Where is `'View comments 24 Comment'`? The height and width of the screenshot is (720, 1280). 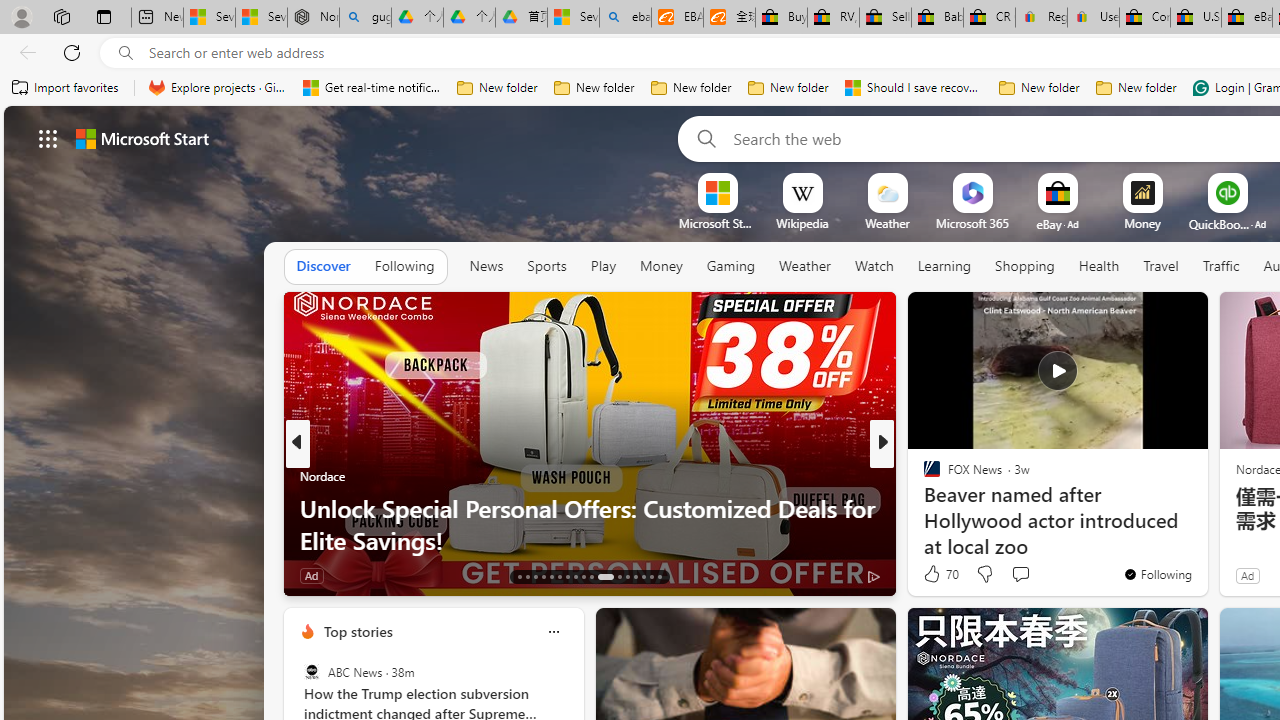 'View comments 24 Comment' is located at coordinates (1020, 575).